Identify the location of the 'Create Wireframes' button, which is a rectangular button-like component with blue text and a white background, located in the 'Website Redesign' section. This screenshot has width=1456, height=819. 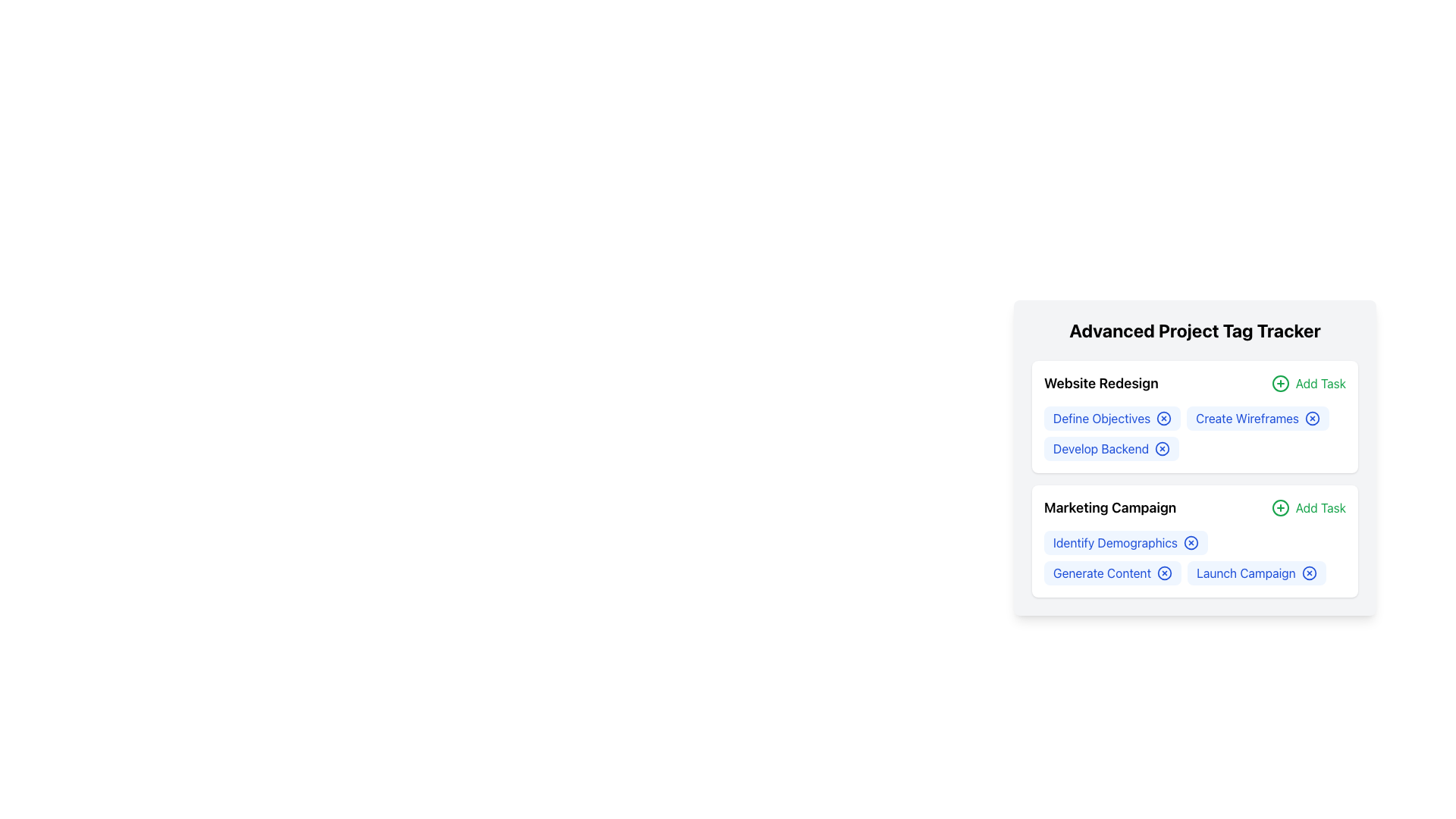
(1258, 418).